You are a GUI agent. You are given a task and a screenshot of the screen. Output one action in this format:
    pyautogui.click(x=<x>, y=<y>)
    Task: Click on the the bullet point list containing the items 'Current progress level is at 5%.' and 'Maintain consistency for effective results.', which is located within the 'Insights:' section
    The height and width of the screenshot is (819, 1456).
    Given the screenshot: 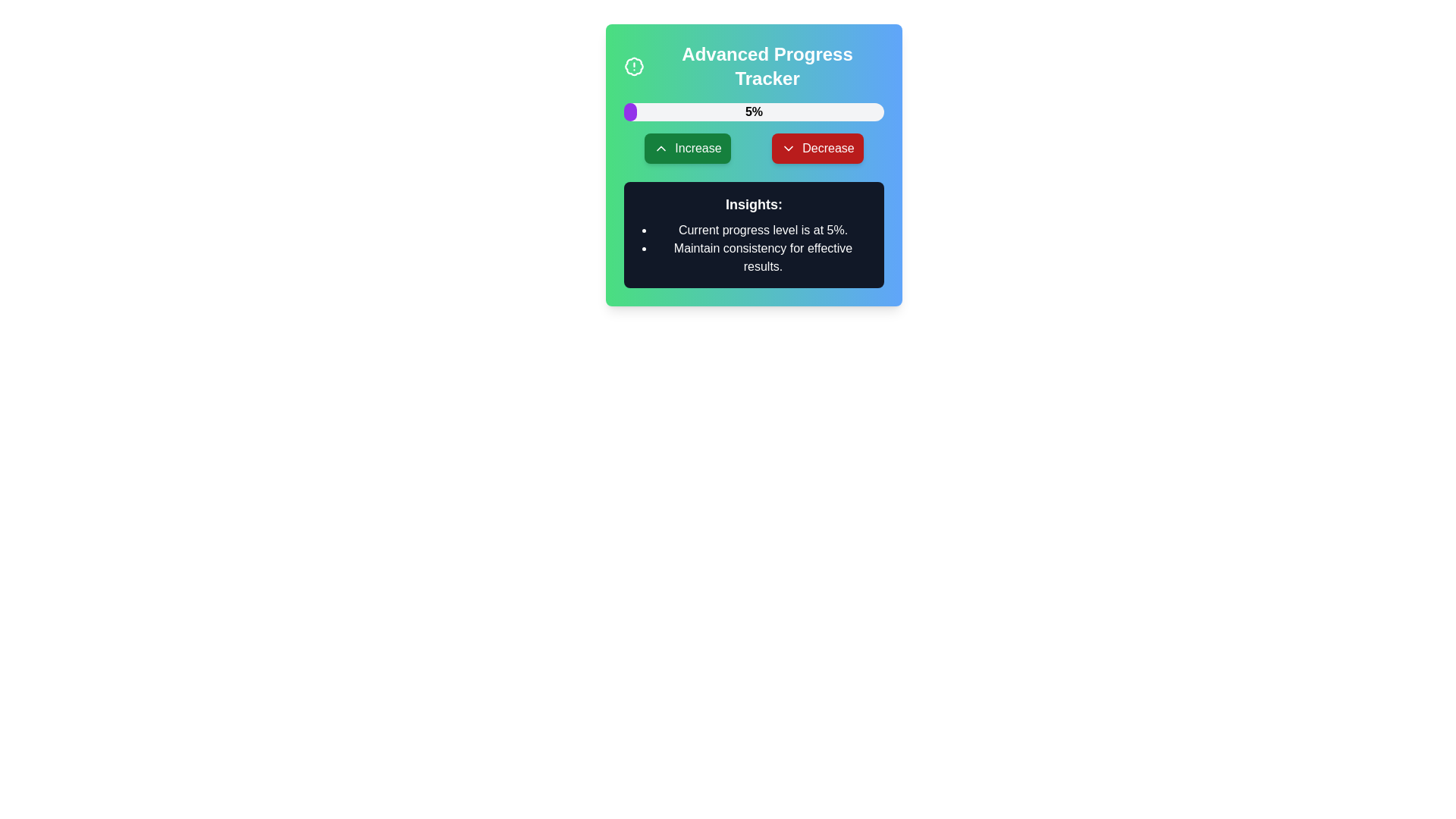 What is the action you would take?
    pyautogui.click(x=754, y=247)
    